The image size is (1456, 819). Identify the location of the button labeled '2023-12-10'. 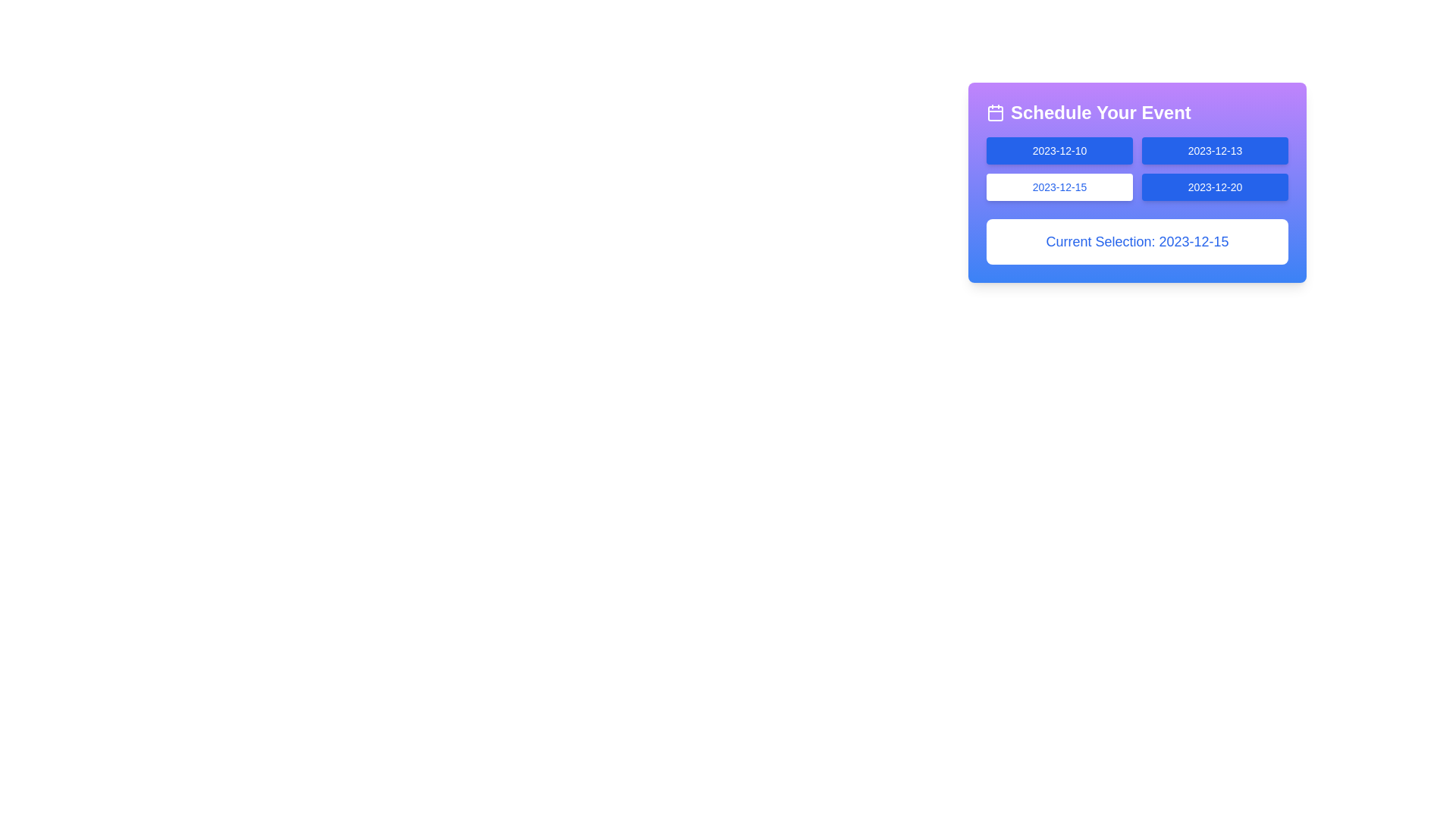
(1059, 151).